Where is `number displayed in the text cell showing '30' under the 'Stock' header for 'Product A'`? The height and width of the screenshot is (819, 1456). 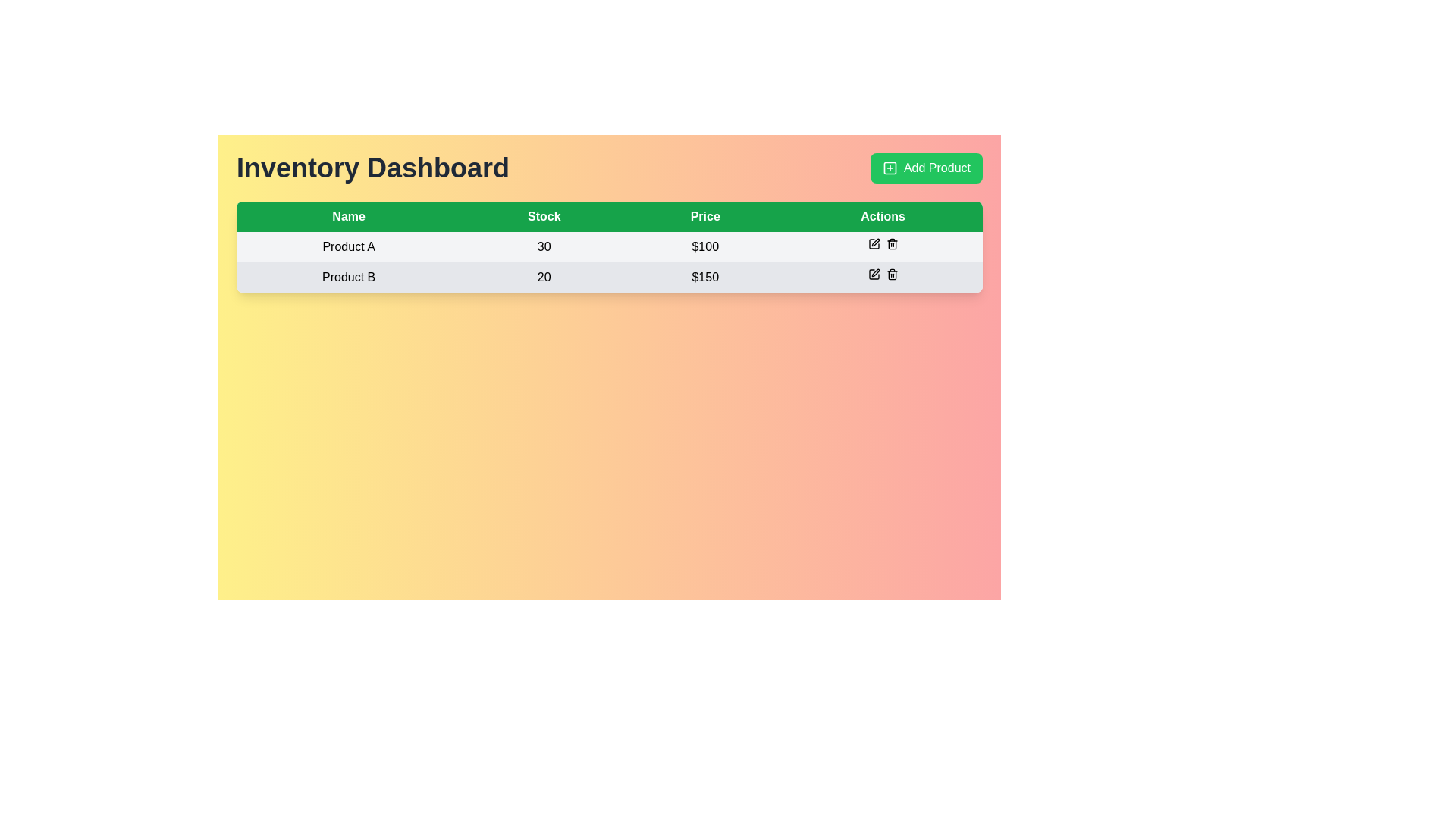
number displayed in the text cell showing '30' under the 'Stock' header for 'Product A' is located at coordinates (544, 246).